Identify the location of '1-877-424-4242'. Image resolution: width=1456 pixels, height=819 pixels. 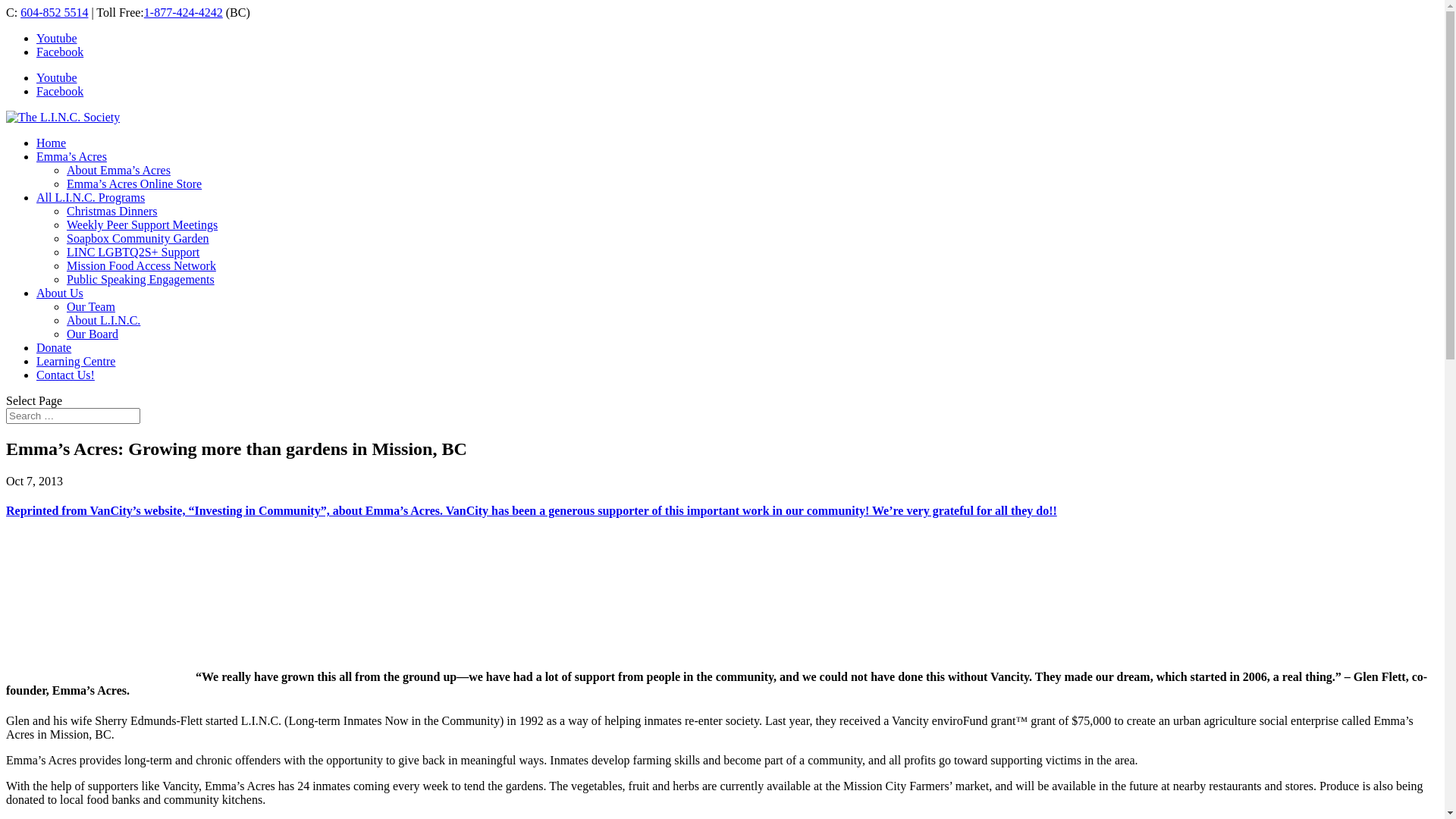
(182, 12).